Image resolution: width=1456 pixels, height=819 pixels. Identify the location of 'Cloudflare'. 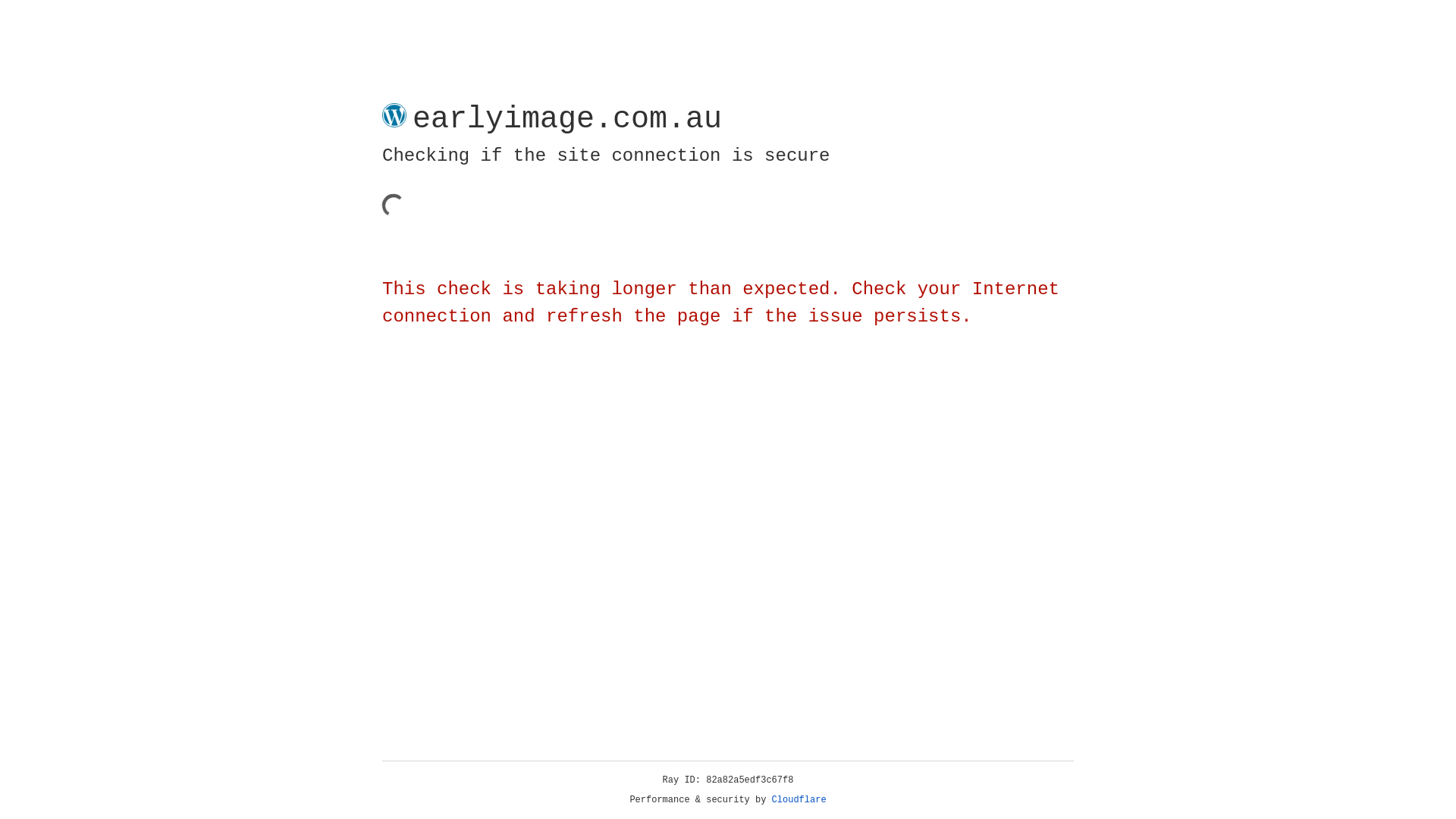
(799, 799).